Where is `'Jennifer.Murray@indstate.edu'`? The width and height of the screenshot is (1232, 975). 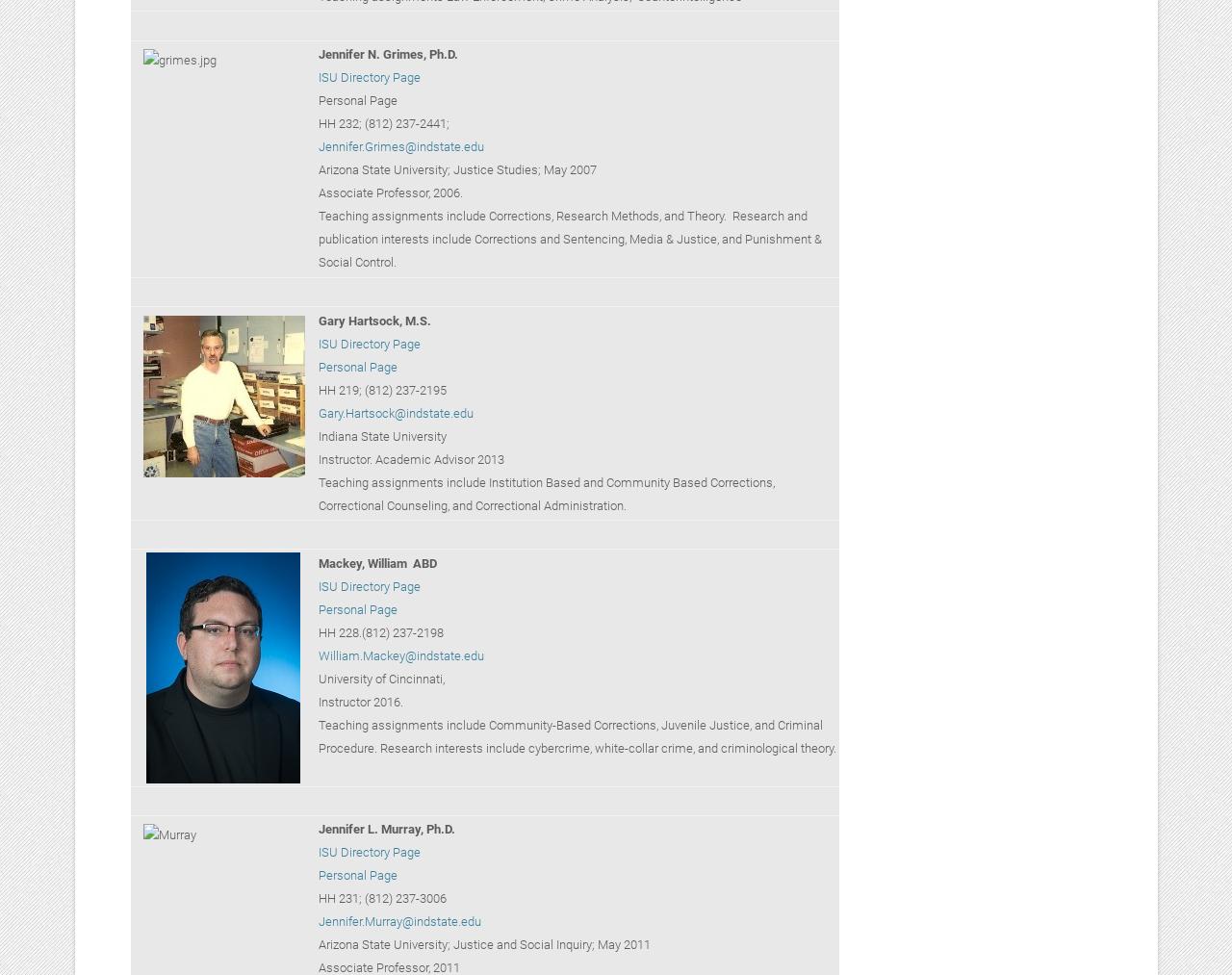
'Jennifer.Murray@indstate.edu' is located at coordinates (398, 921).